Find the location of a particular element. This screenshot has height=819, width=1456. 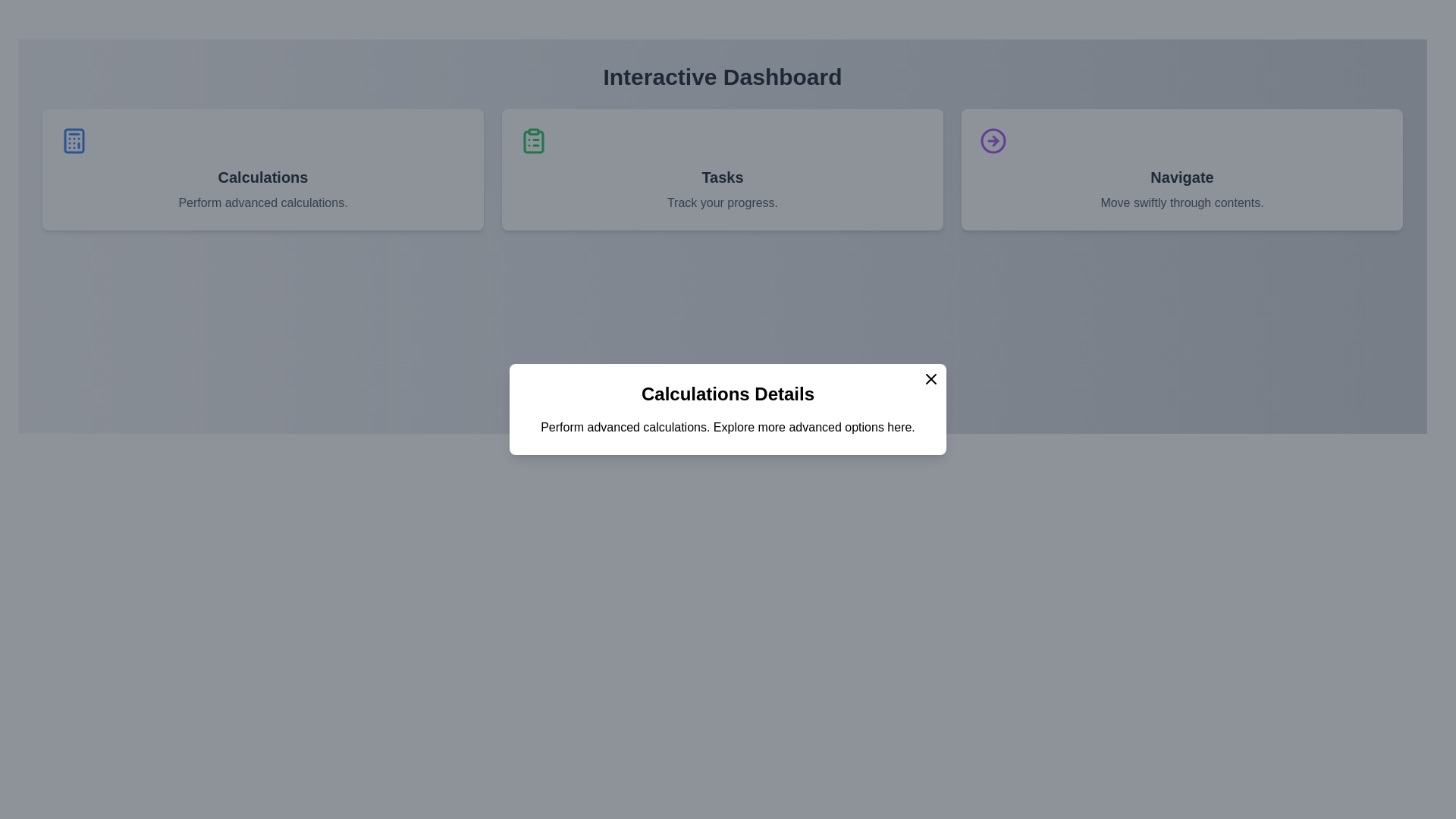

the icon located inside the second card of the main dashboard interface, positioned at the upper side of the box labeled 'Tasks' is located at coordinates (534, 142).